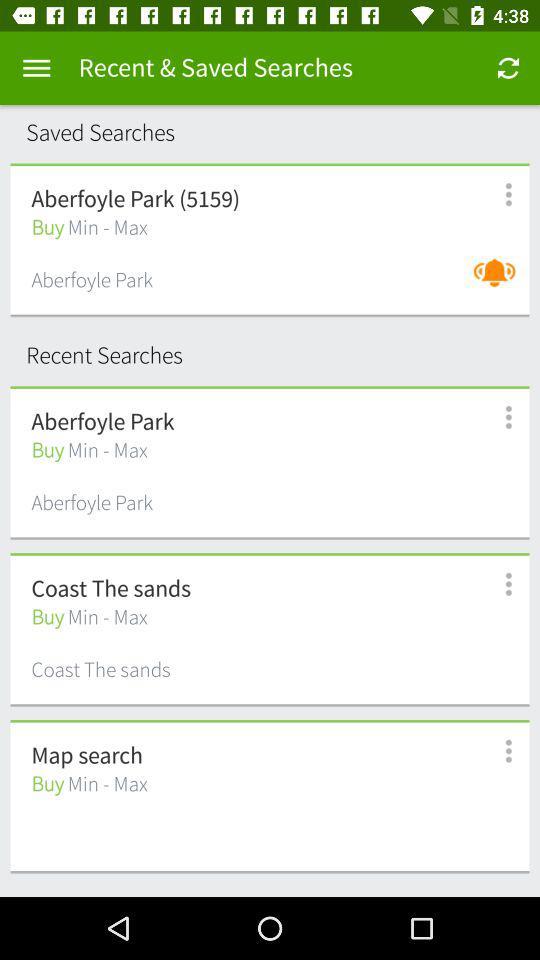 Image resolution: width=540 pixels, height=960 pixels. Describe the element at coordinates (86, 755) in the screenshot. I see `map search icon` at that location.